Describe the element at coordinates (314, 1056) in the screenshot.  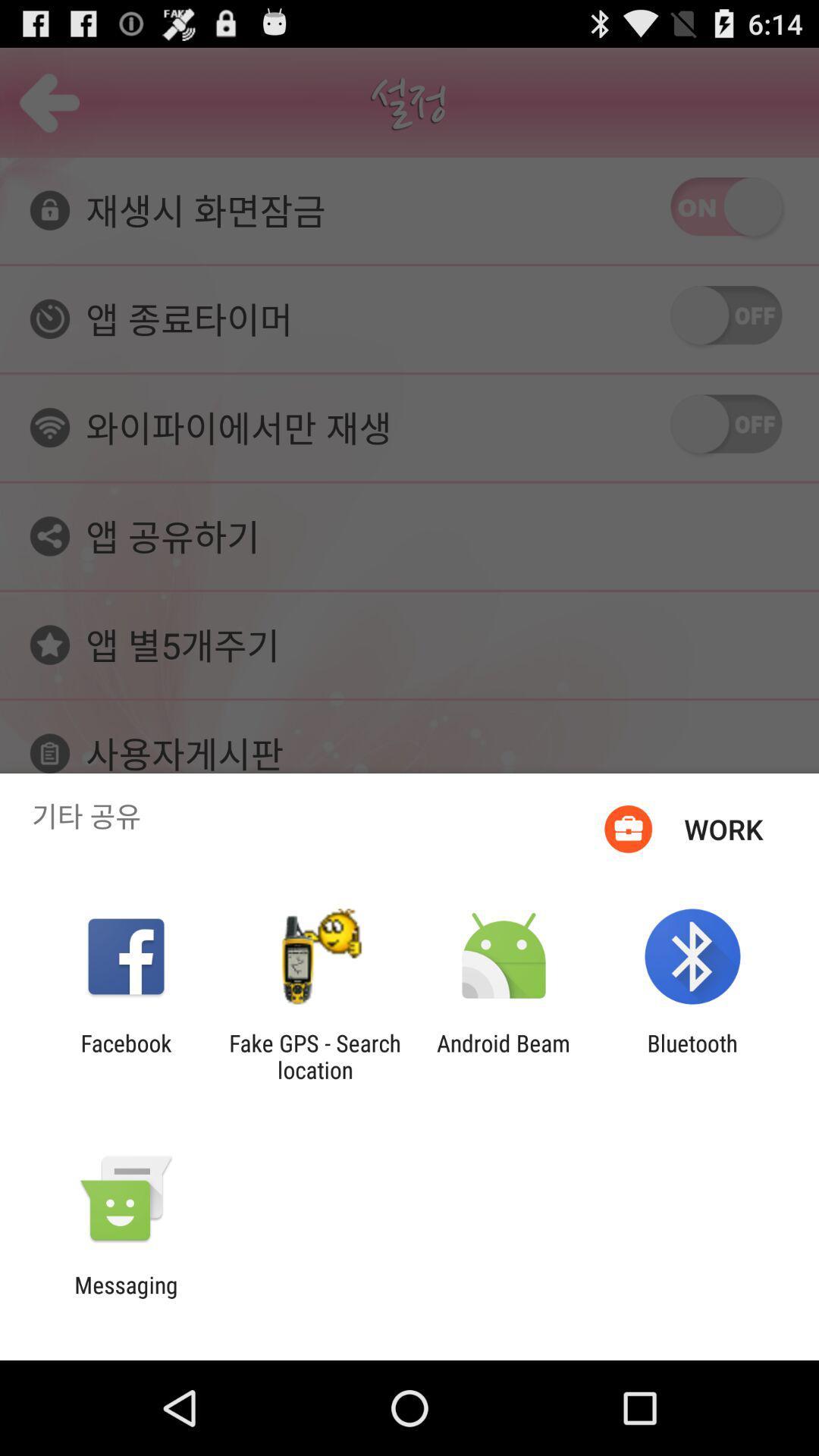
I see `the app to the right of the facebook item` at that location.